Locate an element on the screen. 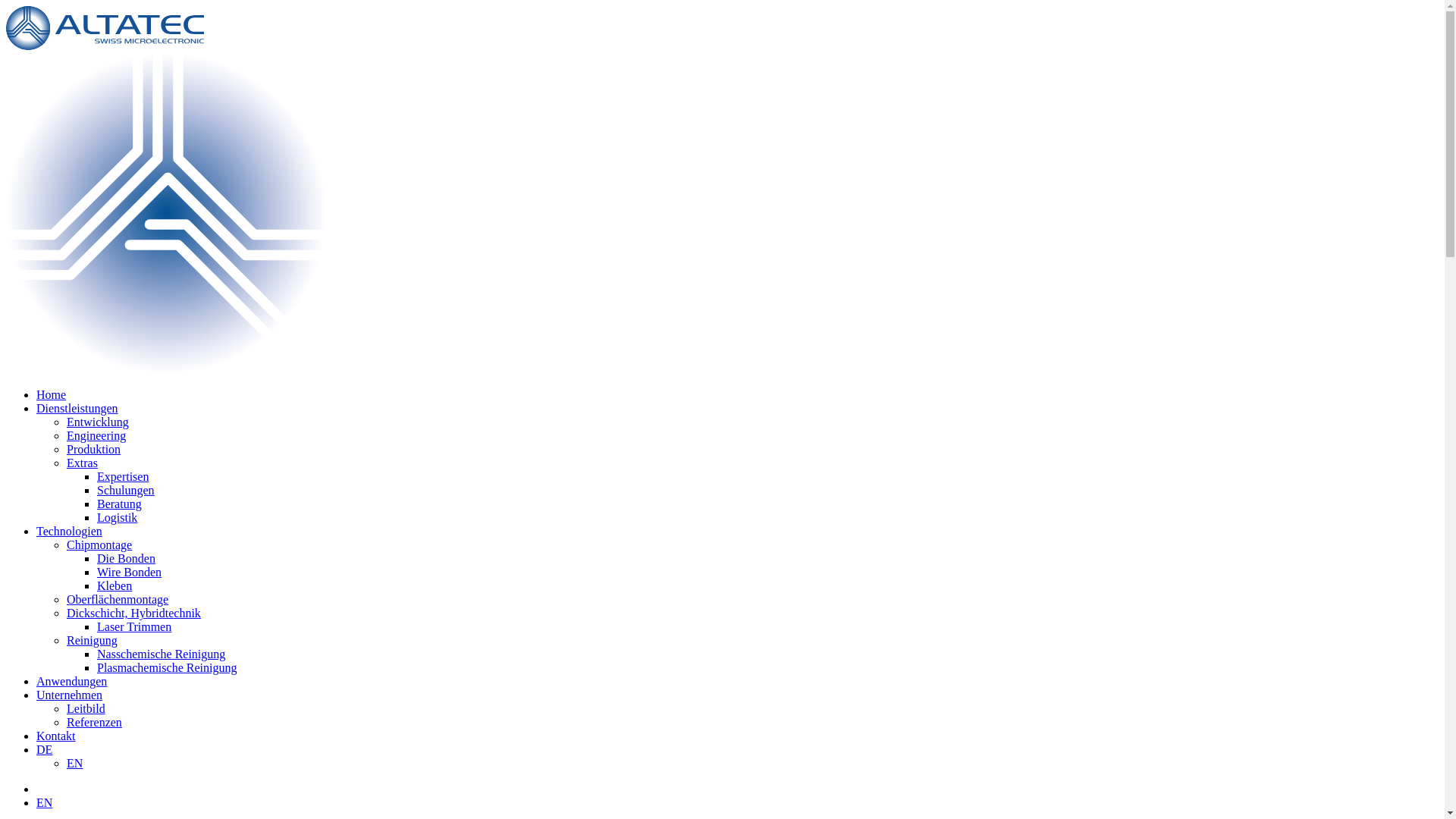 This screenshot has height=819, width=1456. 'Nasschemische Reinigung' is located at coordinates (96, 653).